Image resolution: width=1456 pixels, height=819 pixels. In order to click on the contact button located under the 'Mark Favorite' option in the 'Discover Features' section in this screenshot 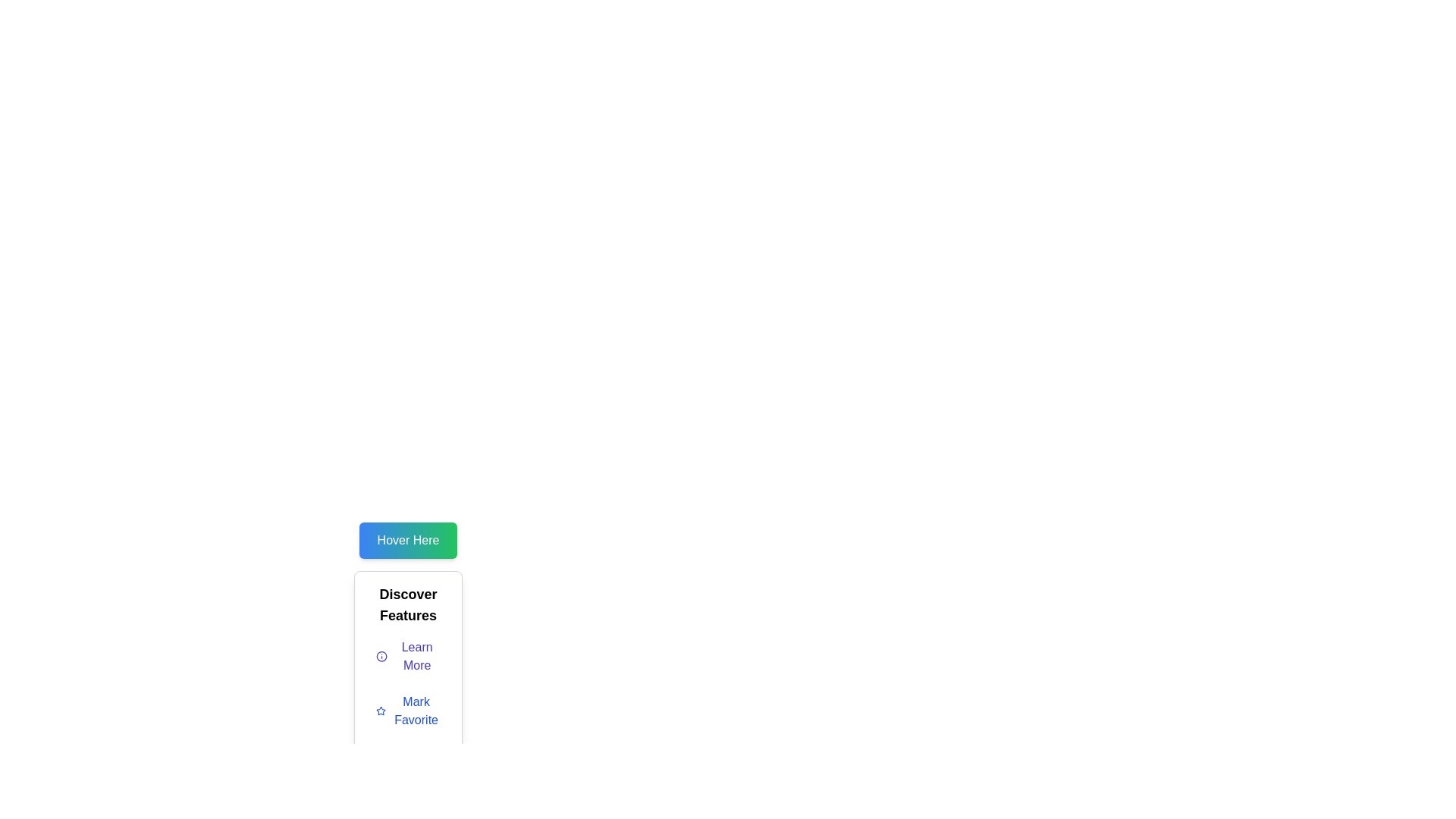, I will do `click(408, 766)`.